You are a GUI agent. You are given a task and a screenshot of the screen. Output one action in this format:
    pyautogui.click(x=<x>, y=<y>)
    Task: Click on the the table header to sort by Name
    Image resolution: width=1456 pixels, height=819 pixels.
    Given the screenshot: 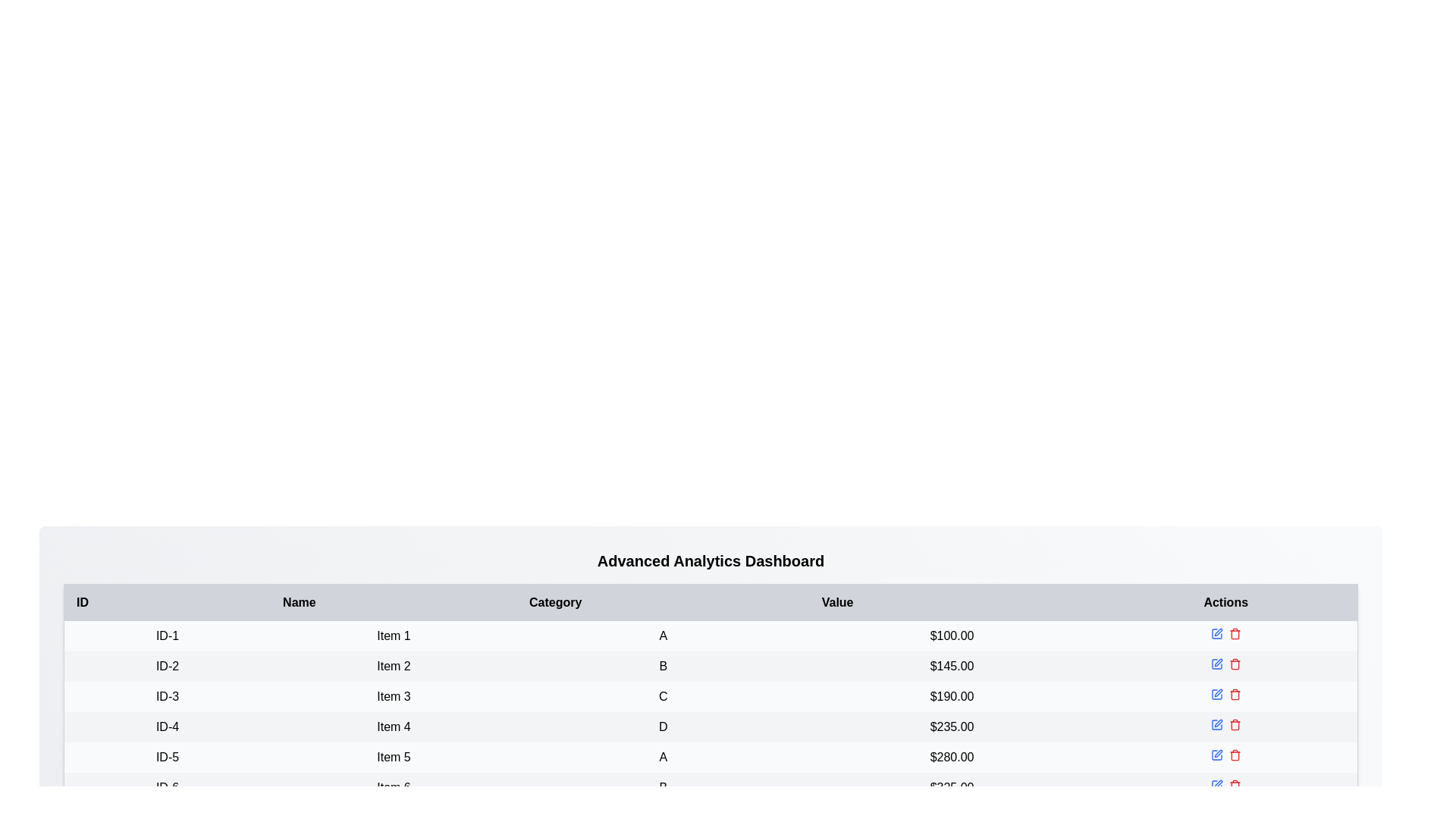 What is the action you would take?
    pyautogui.click(x=394, y=601)
    